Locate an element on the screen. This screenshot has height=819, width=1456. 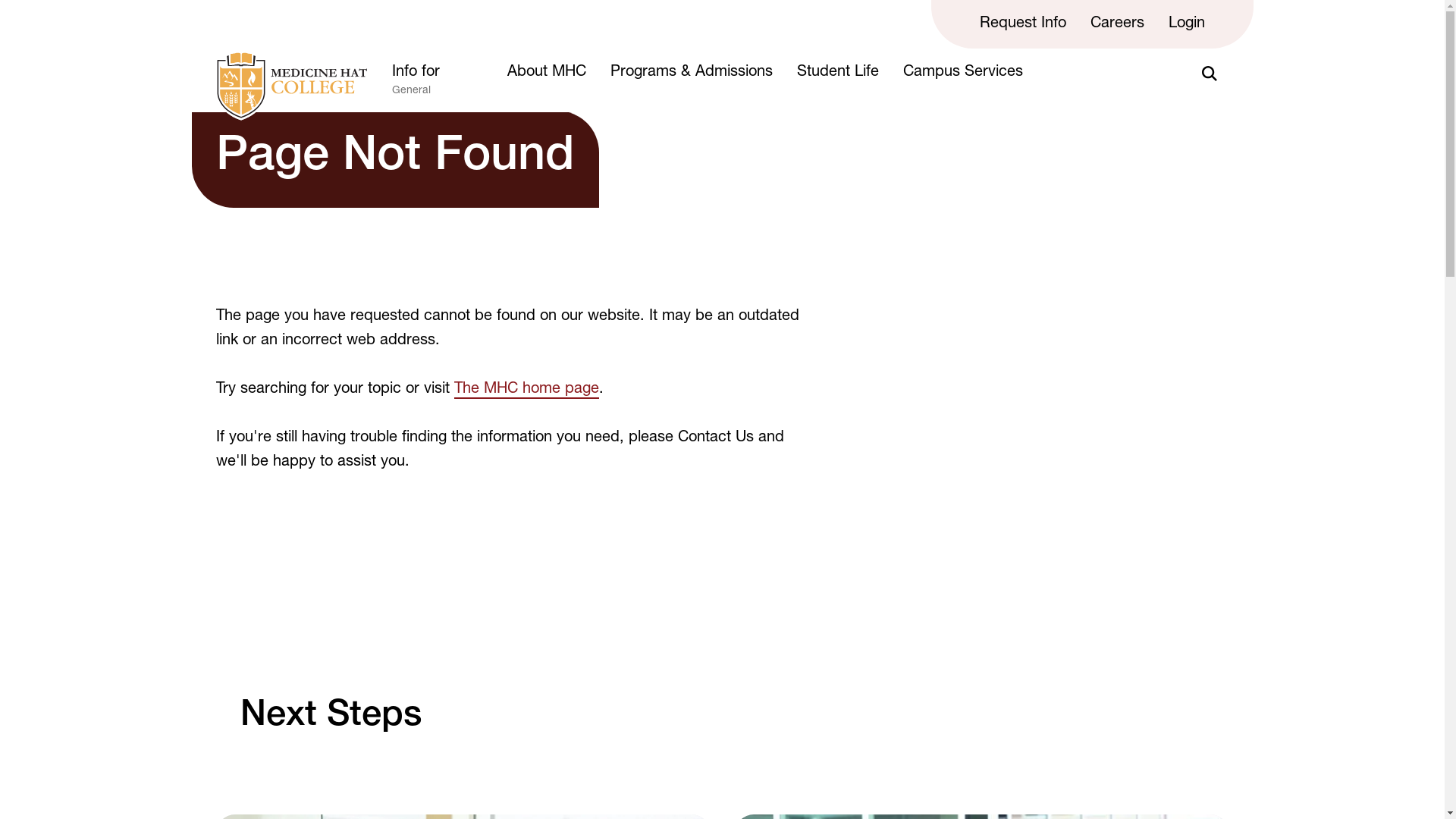
'Programs & Admissions' is located at coordinates (690, 73).